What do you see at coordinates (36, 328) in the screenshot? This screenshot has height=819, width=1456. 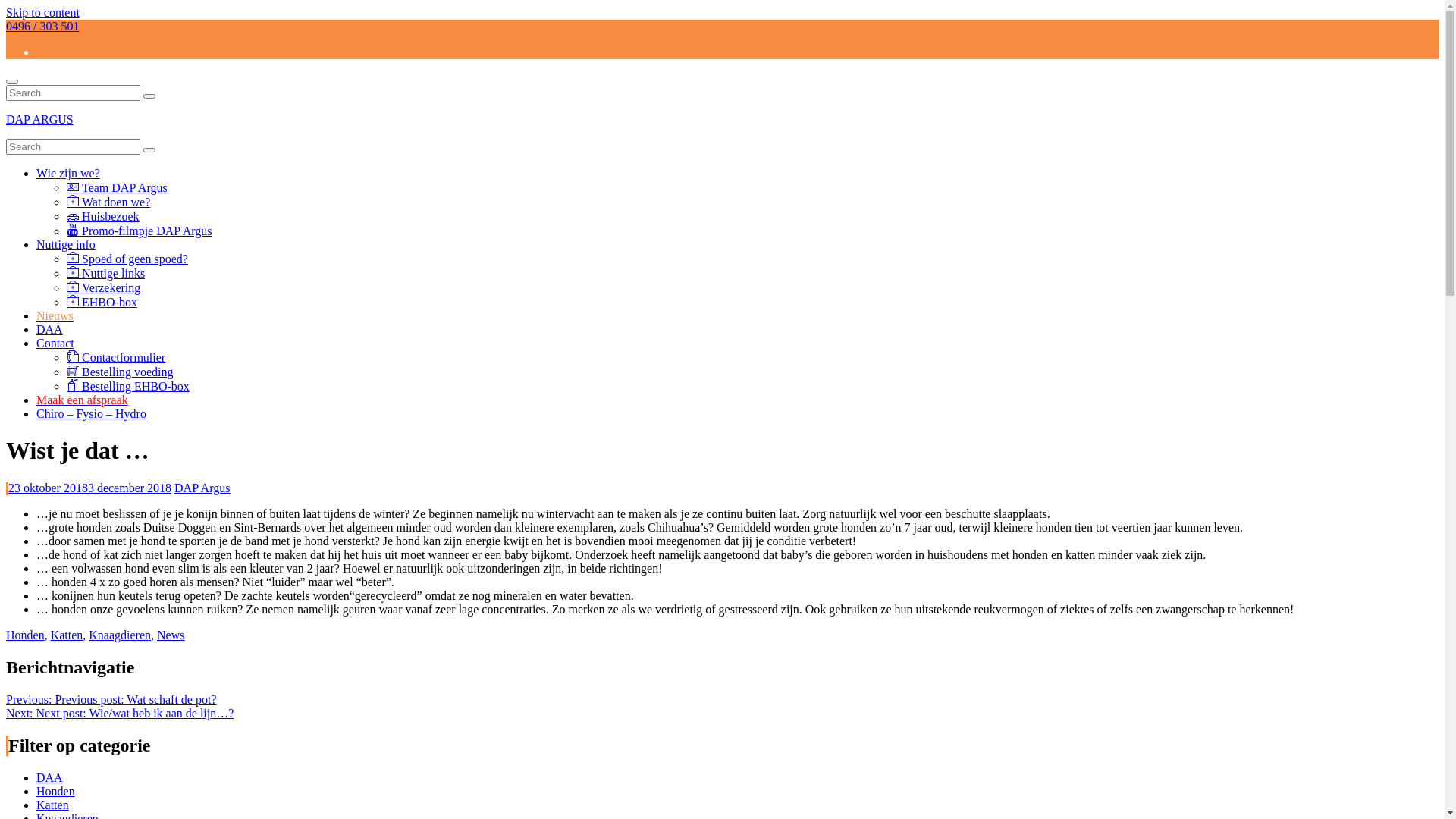 I see `'DAA'` at bounding box center [36, 328].